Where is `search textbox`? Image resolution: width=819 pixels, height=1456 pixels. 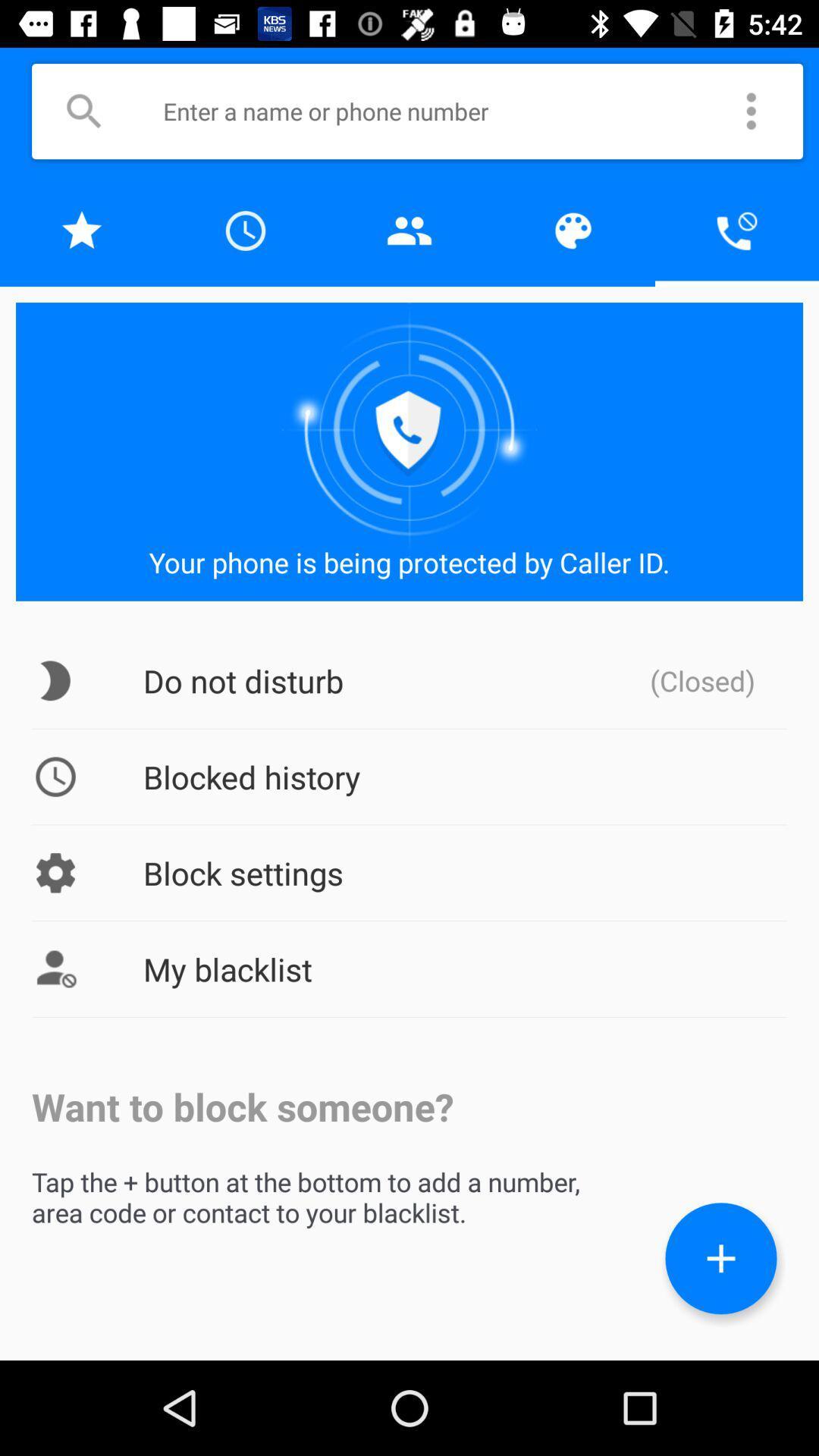
search textbox is located at coordinates (439, 110).